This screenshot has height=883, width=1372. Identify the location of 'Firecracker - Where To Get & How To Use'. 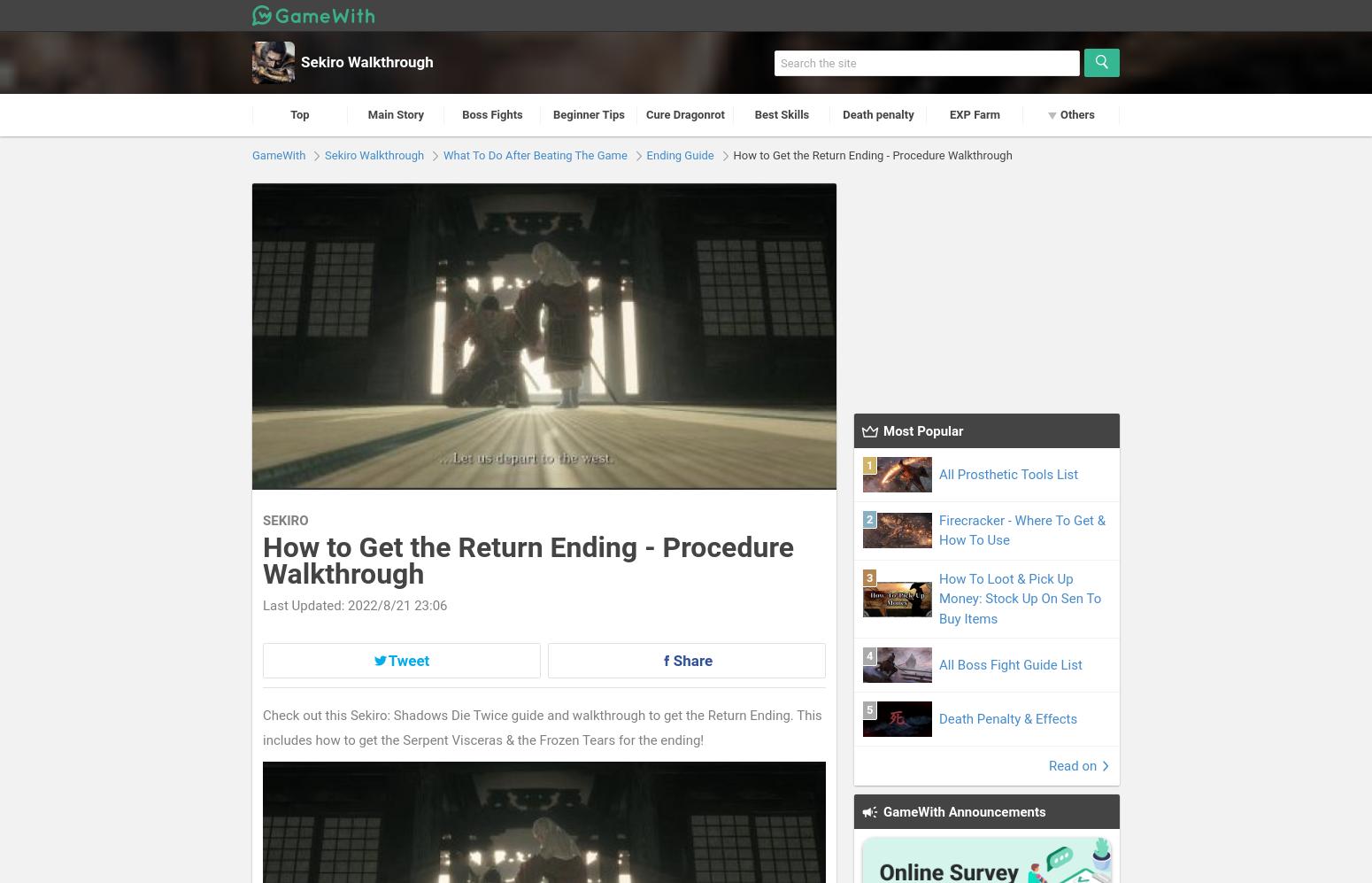
(1021, 529).